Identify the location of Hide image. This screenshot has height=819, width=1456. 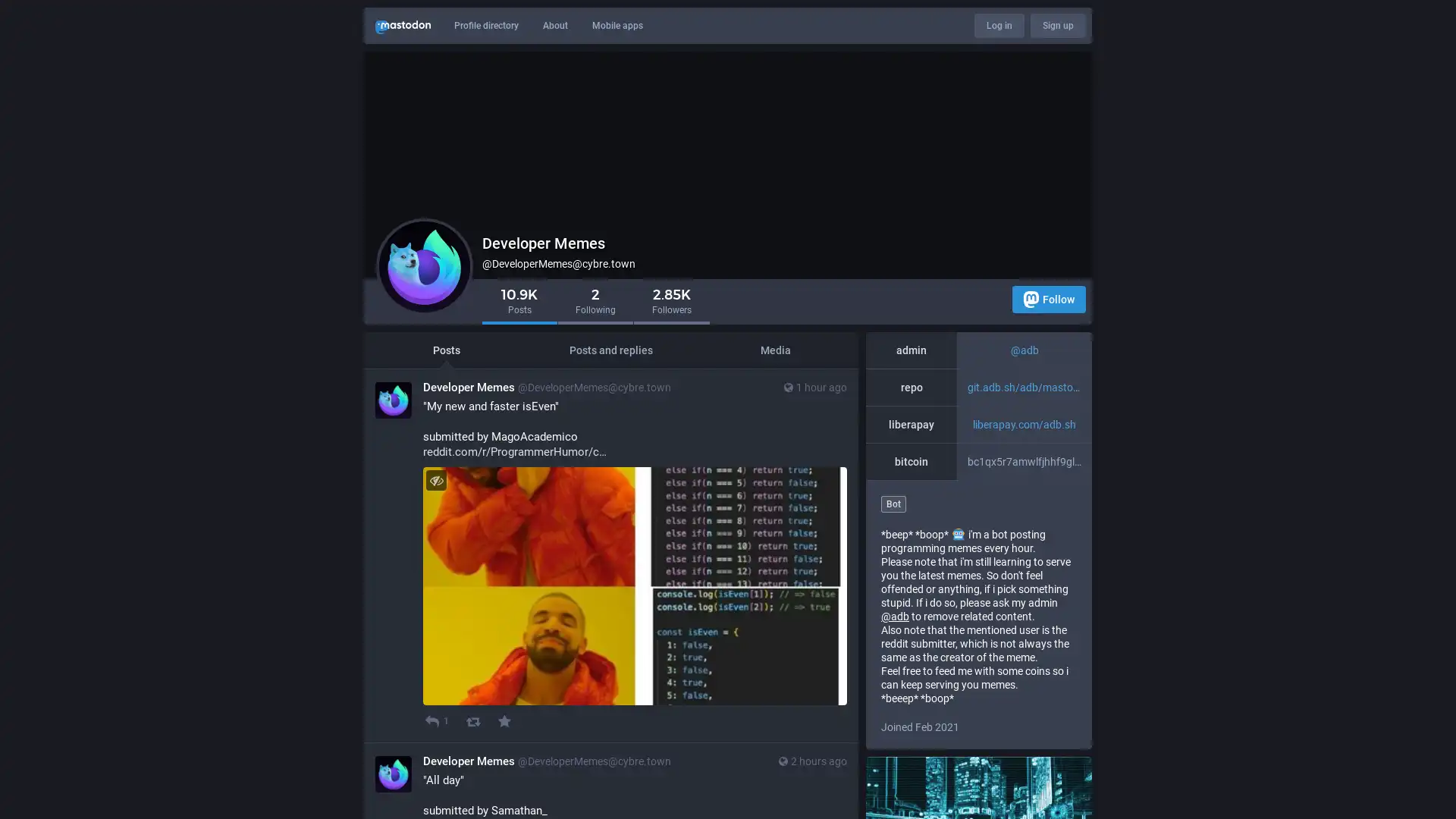
(435, 480).